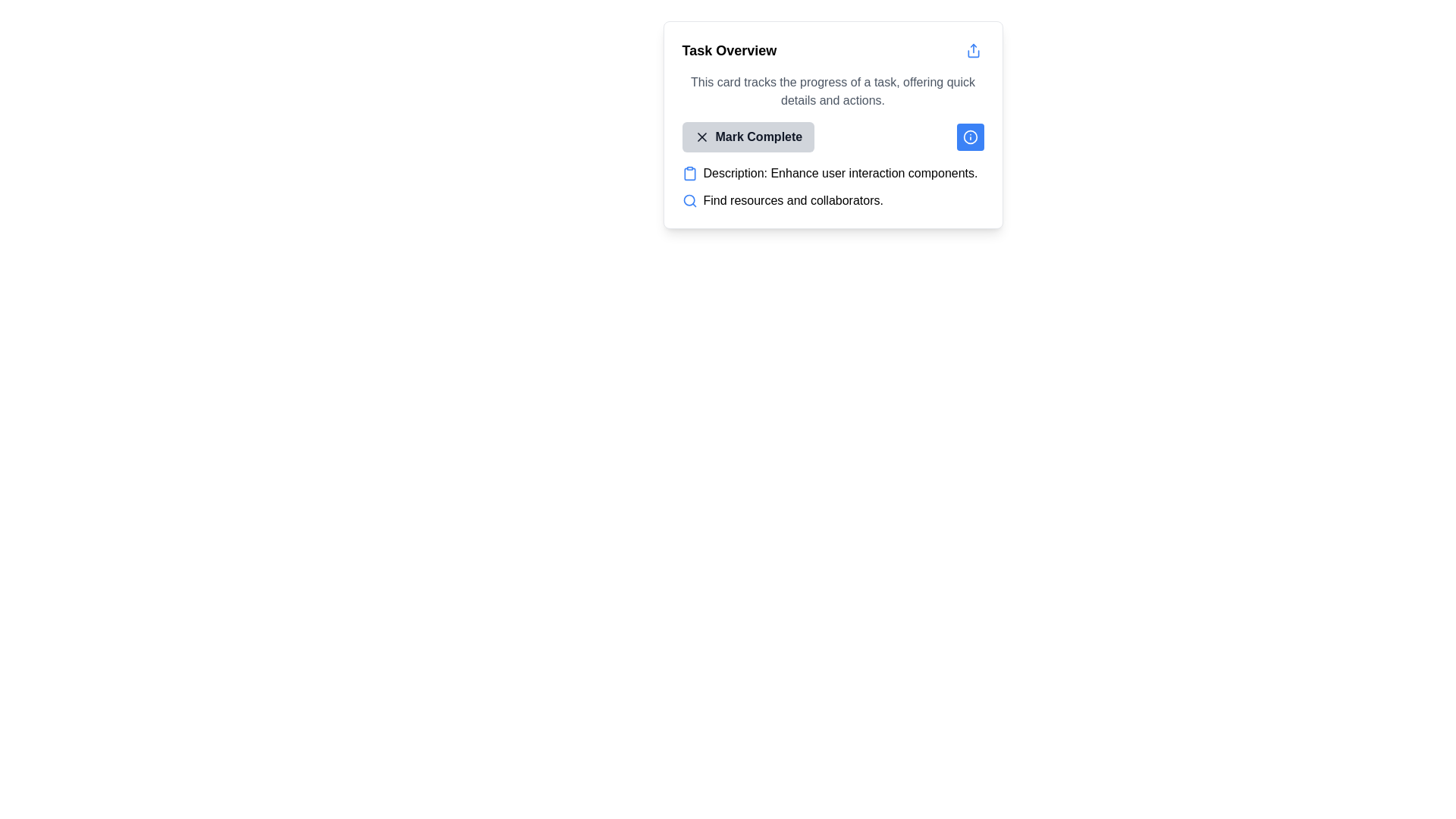 Image resolution: width=1456 pixels, height=819 pixels. I want to click on the cross icon located within the 'Mark Complete' button, positioned to the left of the text label 'Mark Complete', so click(701, 137).